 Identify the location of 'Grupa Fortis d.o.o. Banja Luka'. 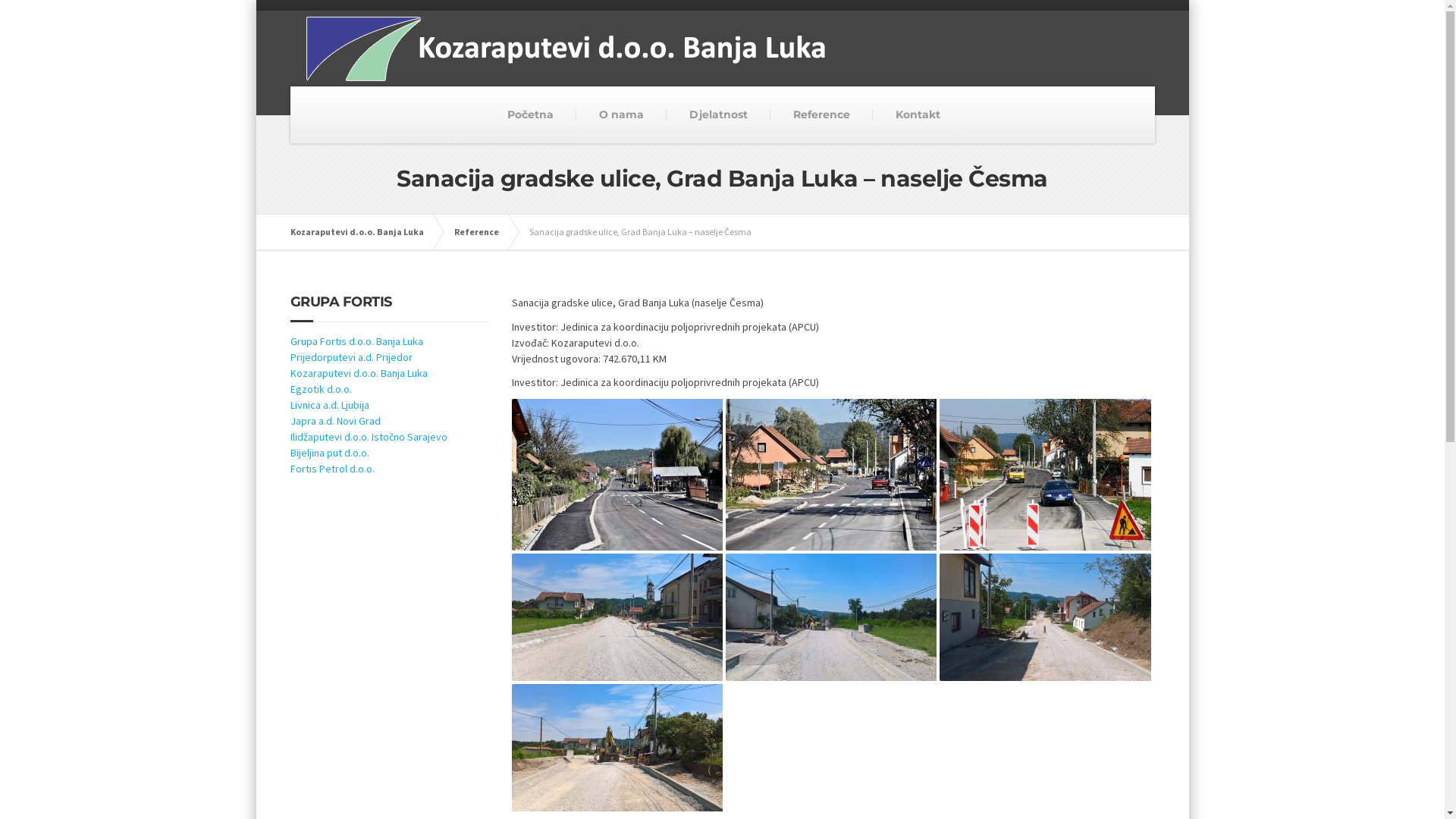
(355, 341).